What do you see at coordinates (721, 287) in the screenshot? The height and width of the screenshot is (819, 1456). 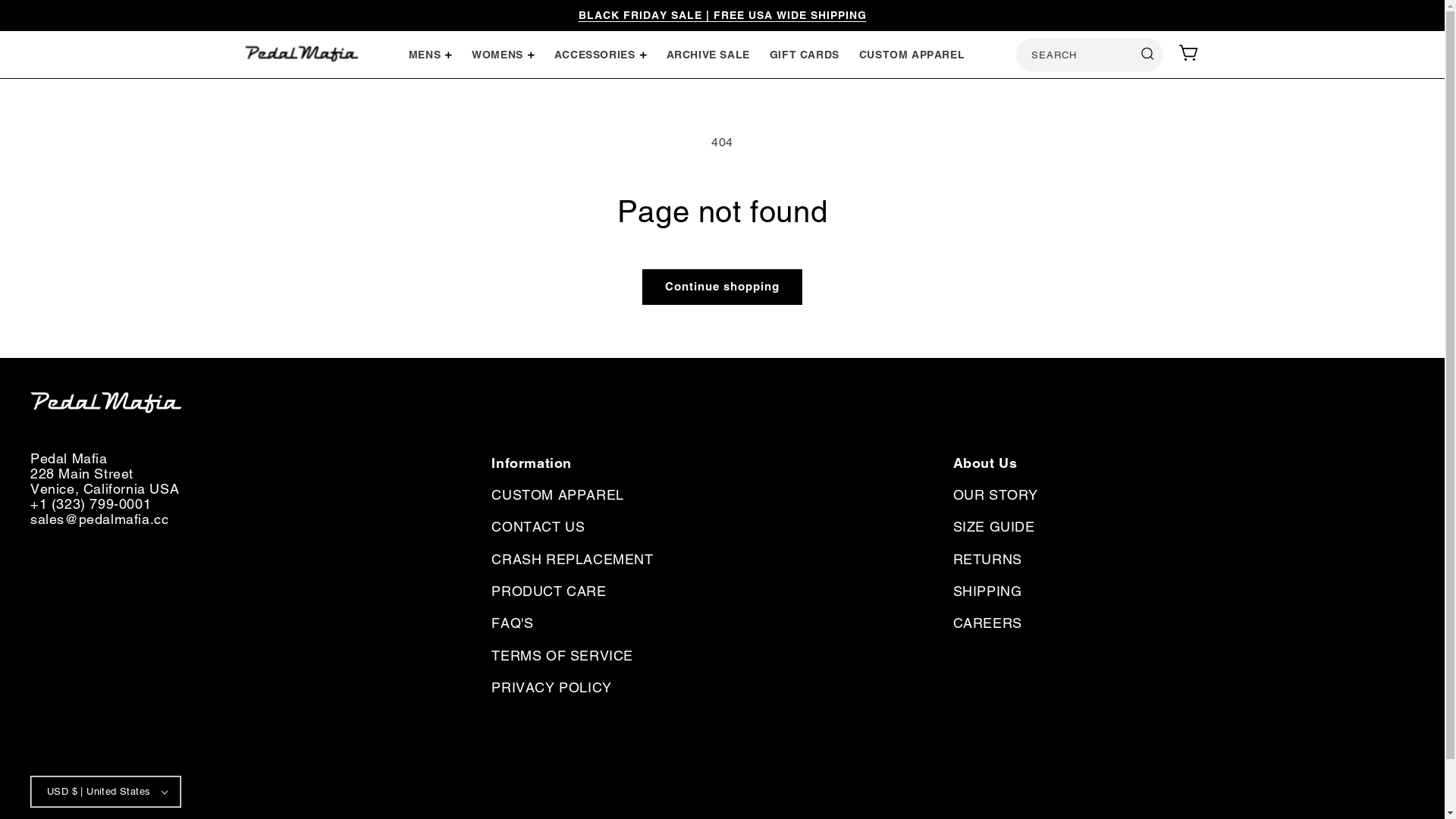 I see `'Continue shopping'` at bounding box center [721, 287].